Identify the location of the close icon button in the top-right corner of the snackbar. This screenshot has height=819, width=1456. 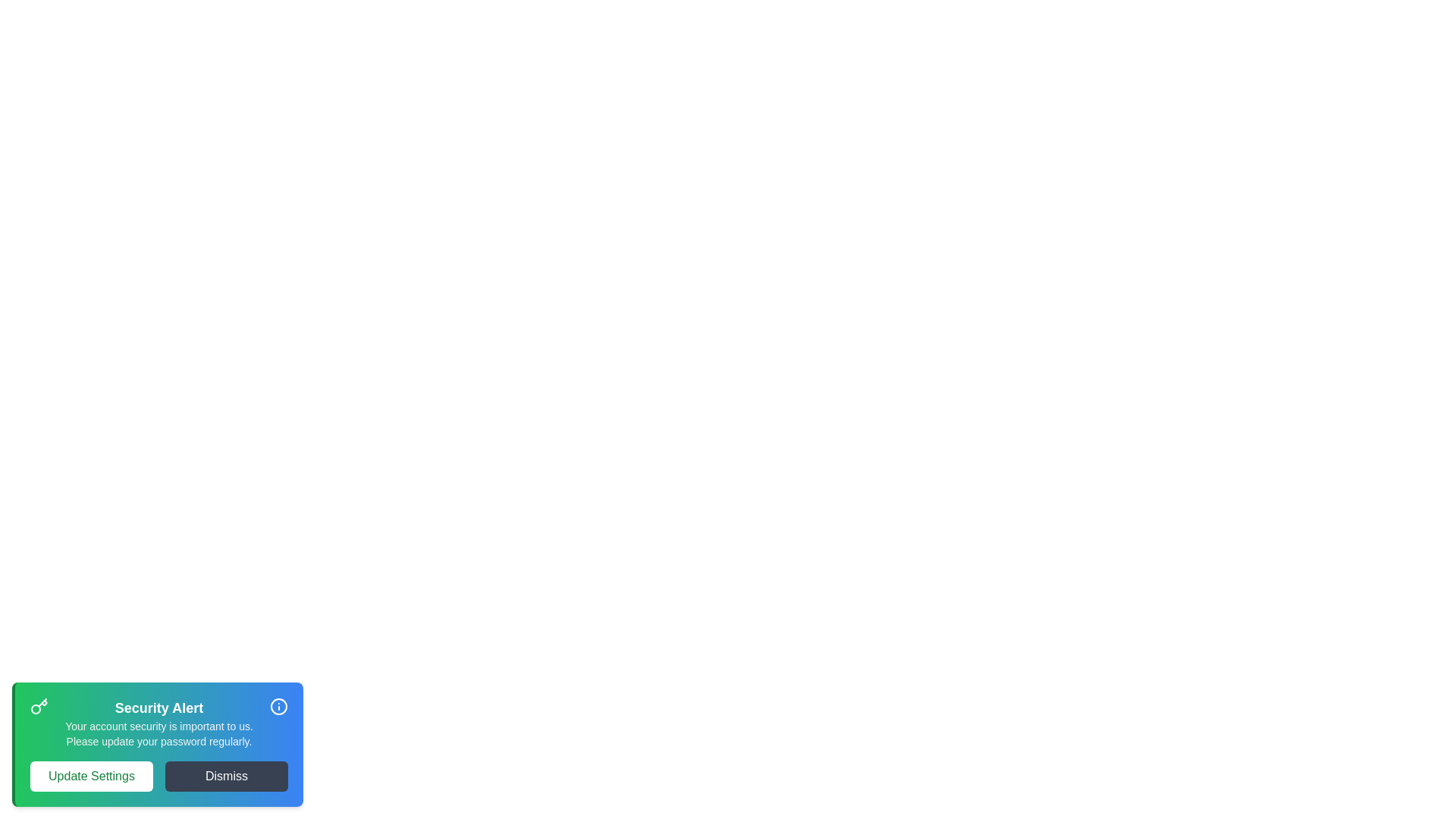
(279, 707).